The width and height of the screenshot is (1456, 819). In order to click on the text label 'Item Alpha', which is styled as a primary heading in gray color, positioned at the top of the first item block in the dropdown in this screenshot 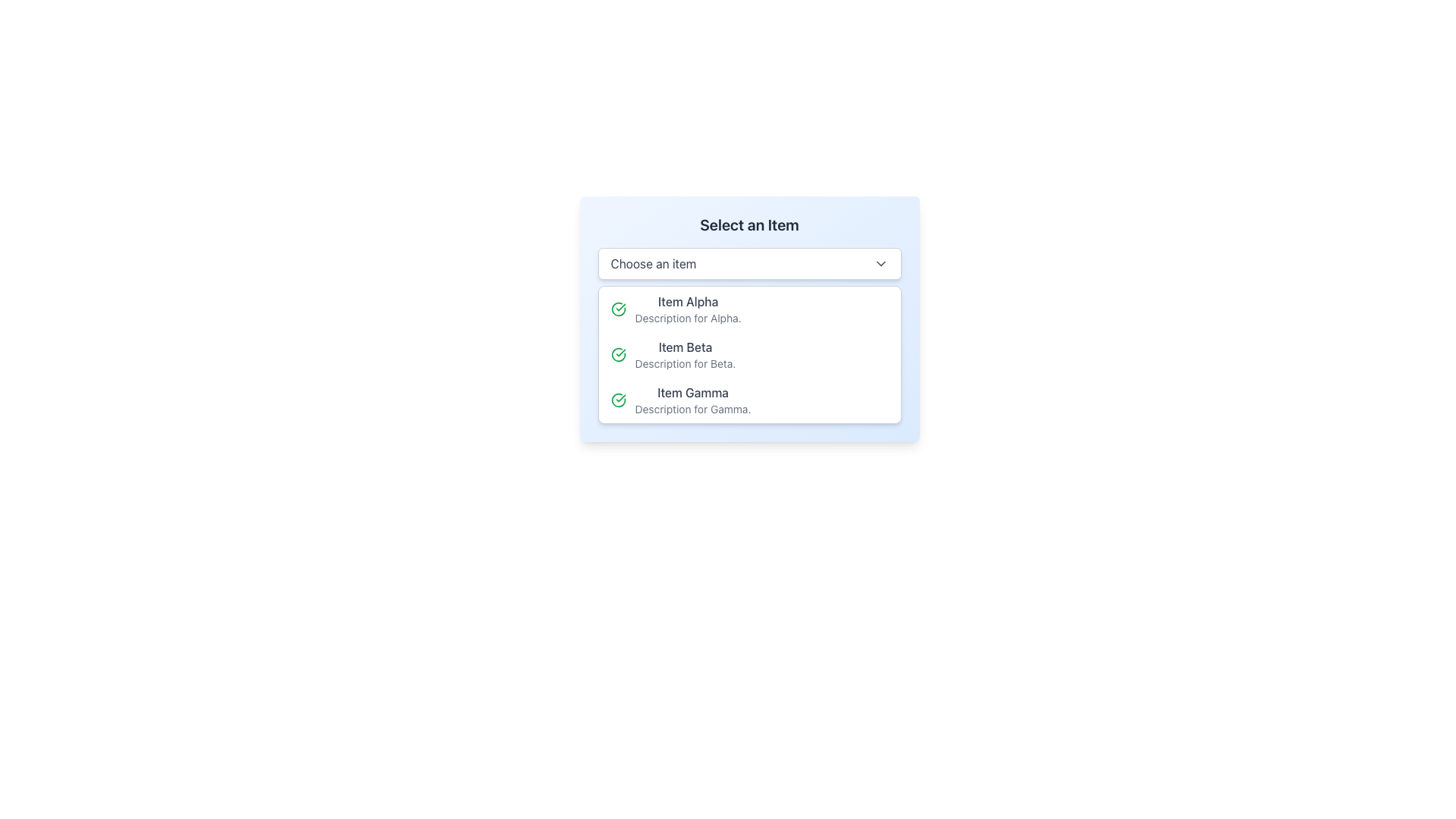, I will do `click(687, 301)`.